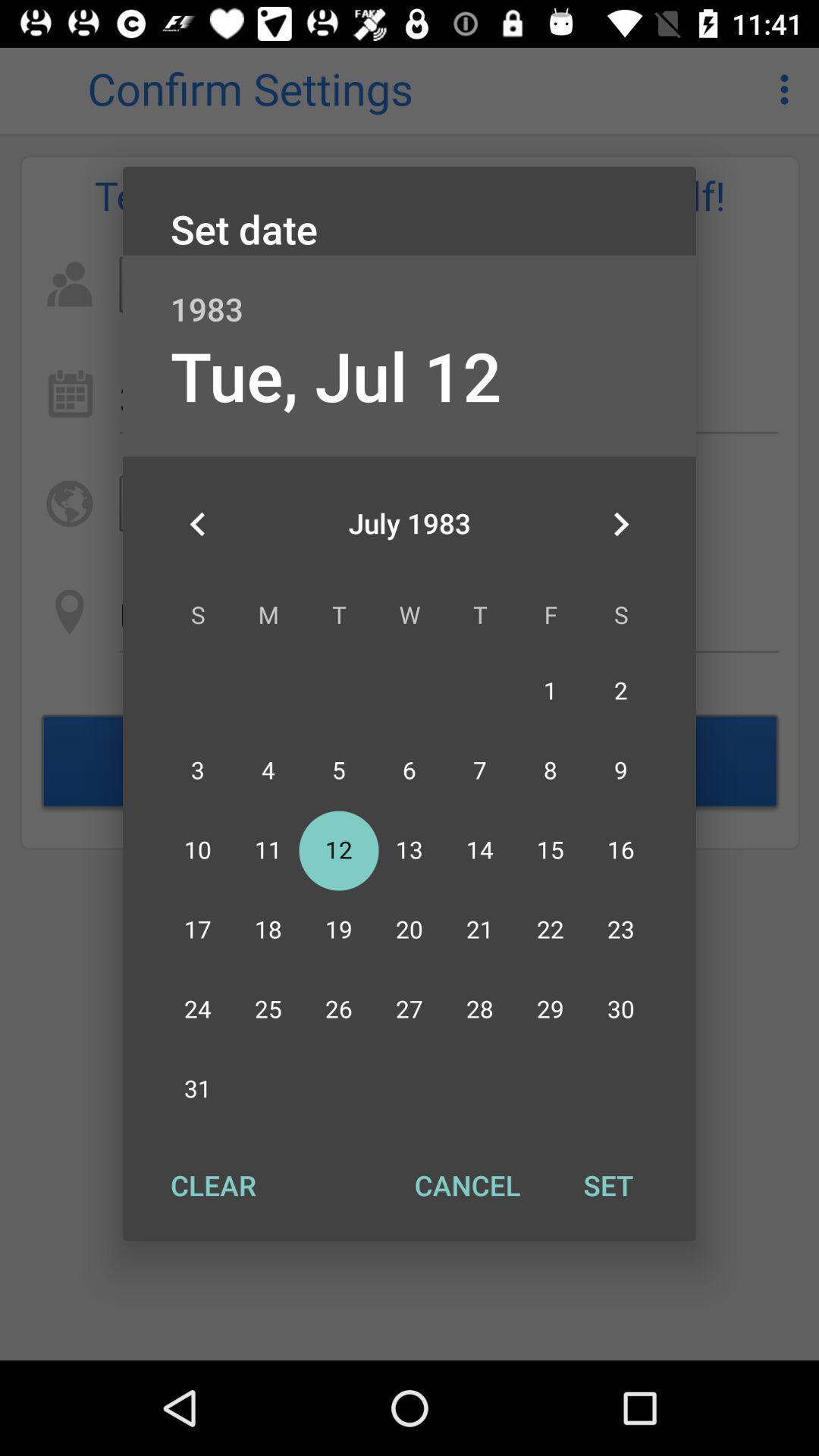 The height and width of the screenshot is (1456, 819). What do you see at coordinates (620, 524) in the screenshot?
I see `icon on the right` at bounding box center [620, 524].